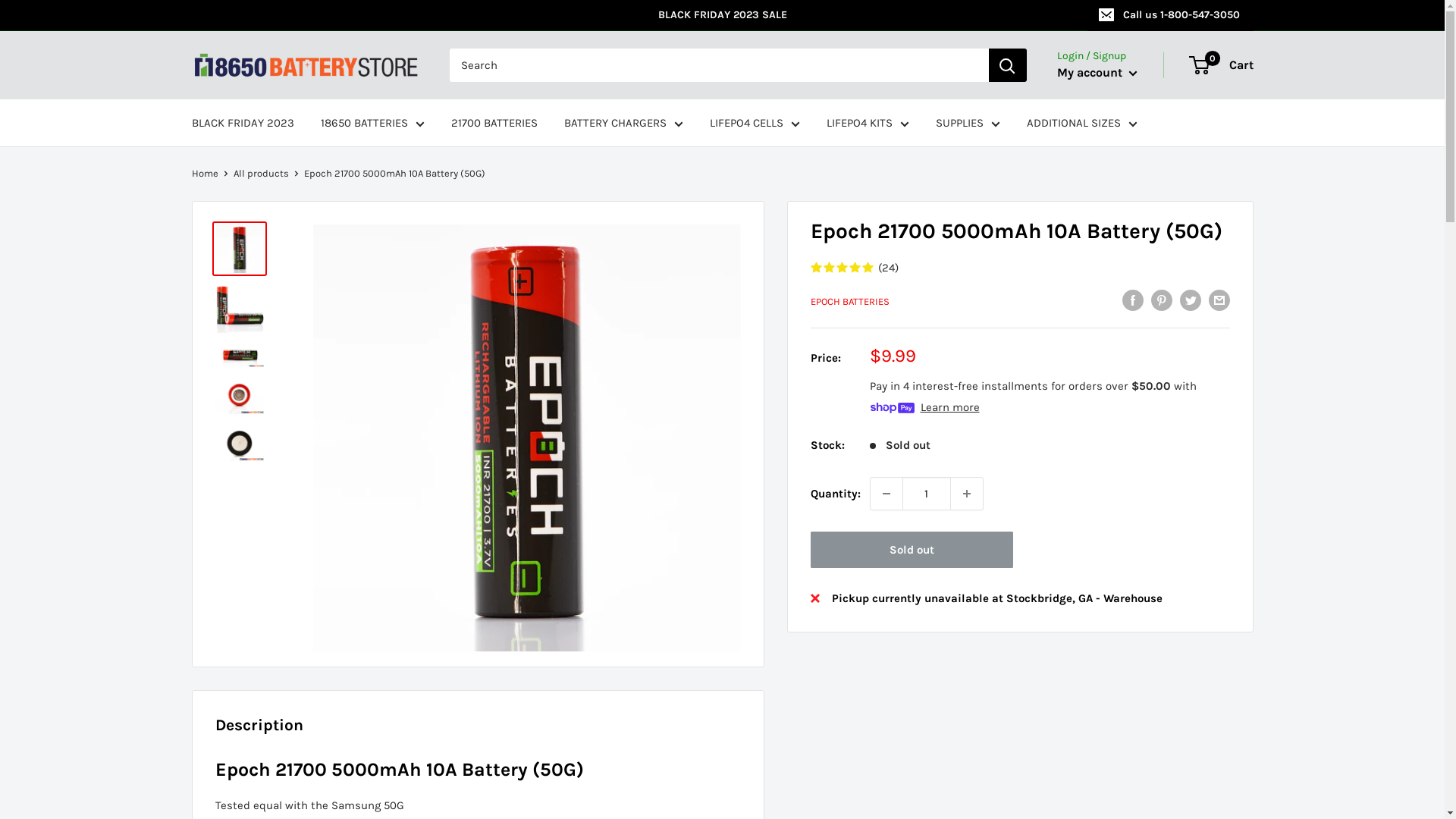  What do you see at coordinates (967, 122) in the screenshot?
I see `'SUPPLIES'` at bounding box center [967, 122].